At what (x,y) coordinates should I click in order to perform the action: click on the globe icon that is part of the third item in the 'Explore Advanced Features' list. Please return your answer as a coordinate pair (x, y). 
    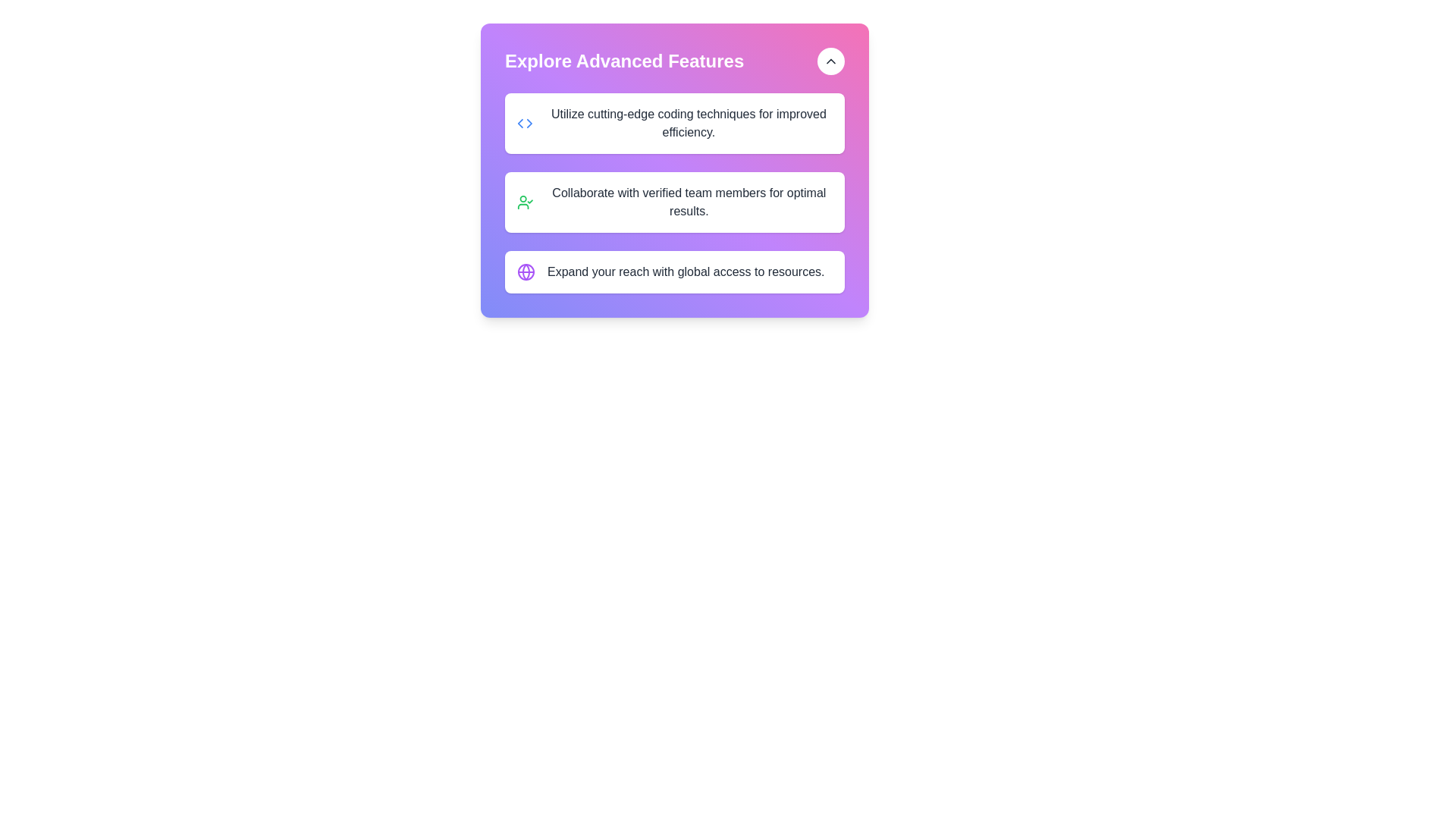
    Looking at the image, I should click on (526, 271).